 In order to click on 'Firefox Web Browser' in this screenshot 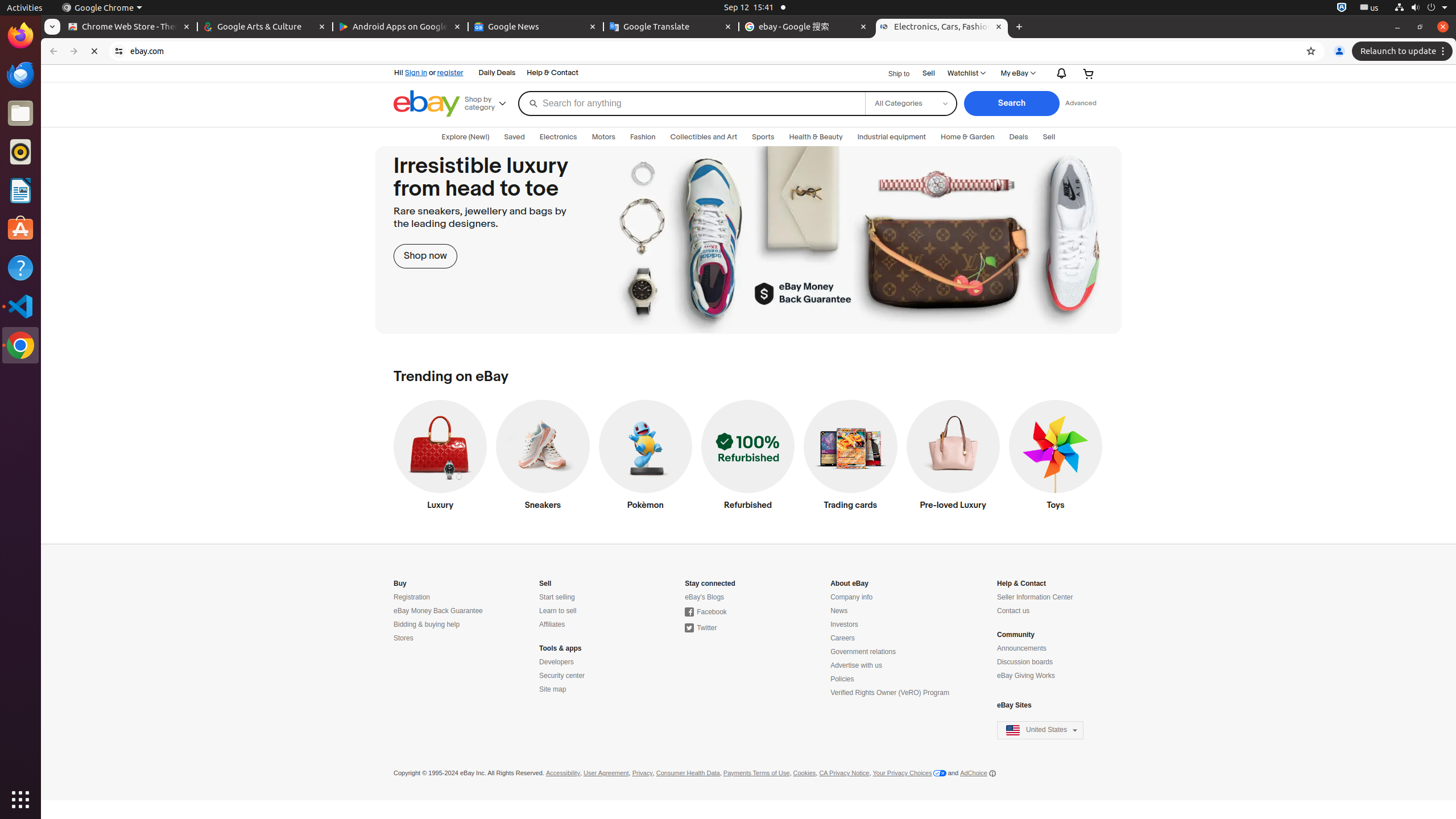, I will do `click(20, 35)`.